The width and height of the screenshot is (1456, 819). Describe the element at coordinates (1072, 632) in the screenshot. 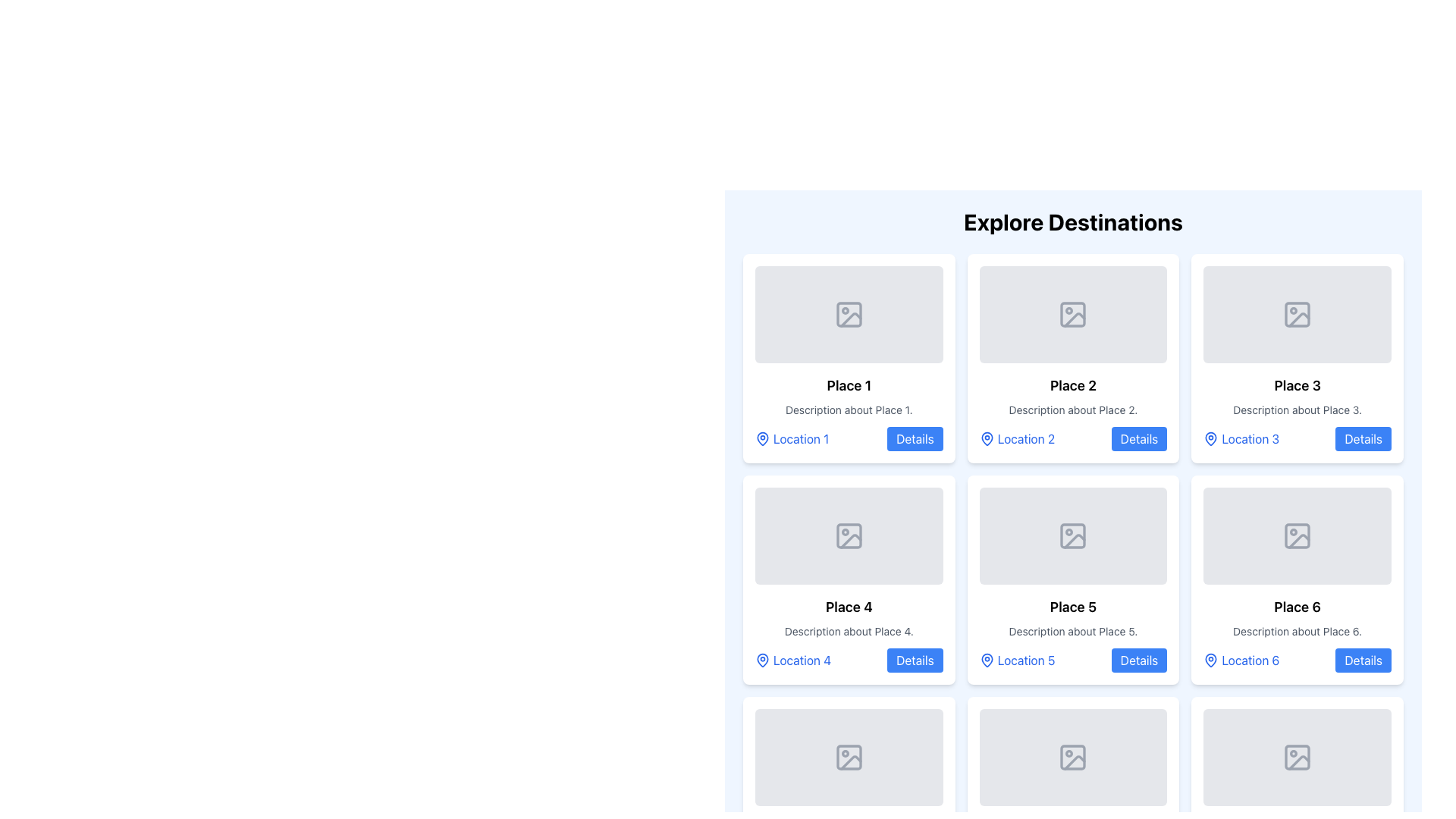

I see `the text line styled in small font size and subtle grey color displaying 'Description about Place 5.' which is located below the title 'Place 5' within its card in the grid layout` at that location.